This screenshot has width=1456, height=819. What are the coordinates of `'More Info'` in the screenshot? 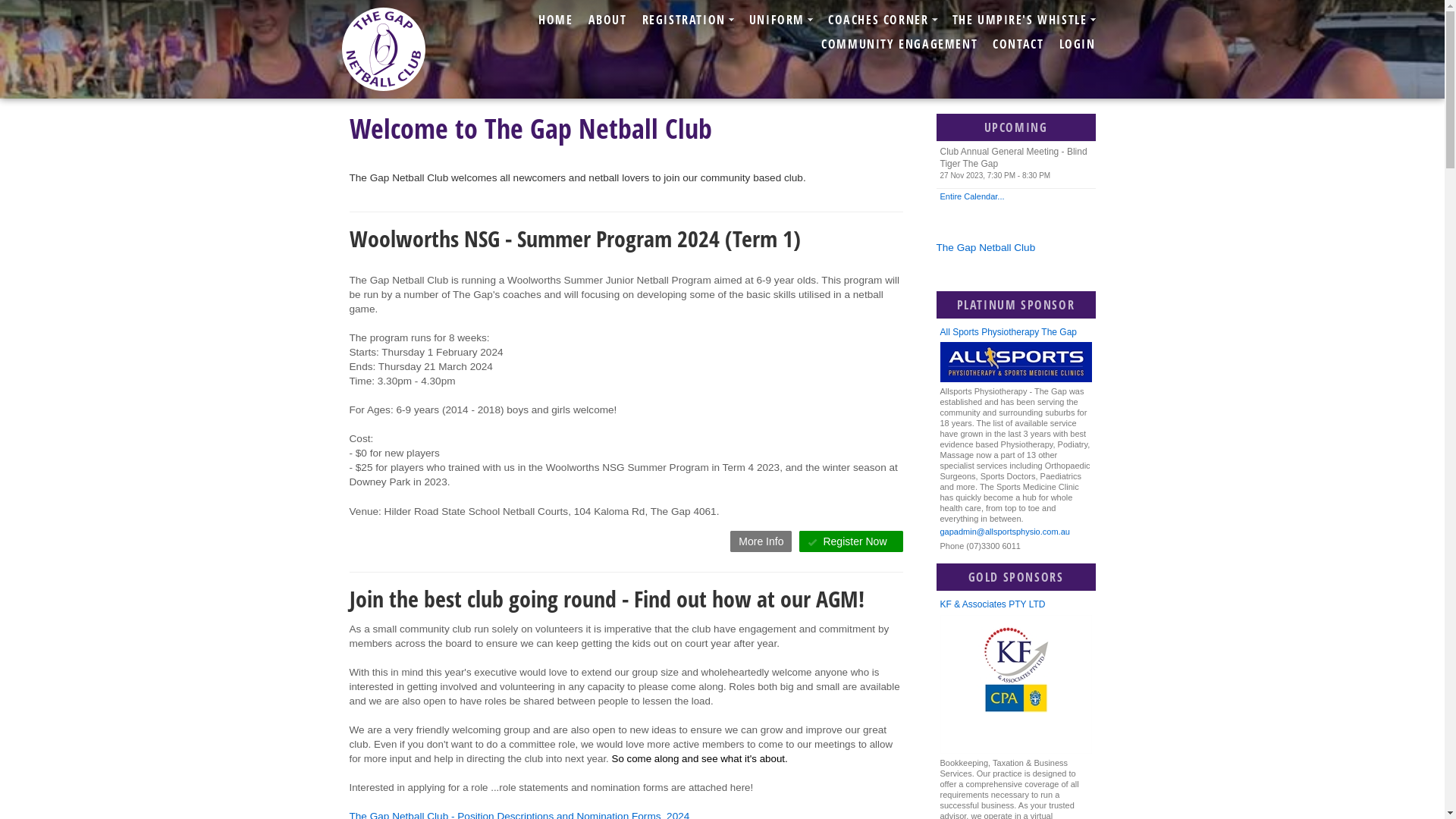 It's located at (761, 540).